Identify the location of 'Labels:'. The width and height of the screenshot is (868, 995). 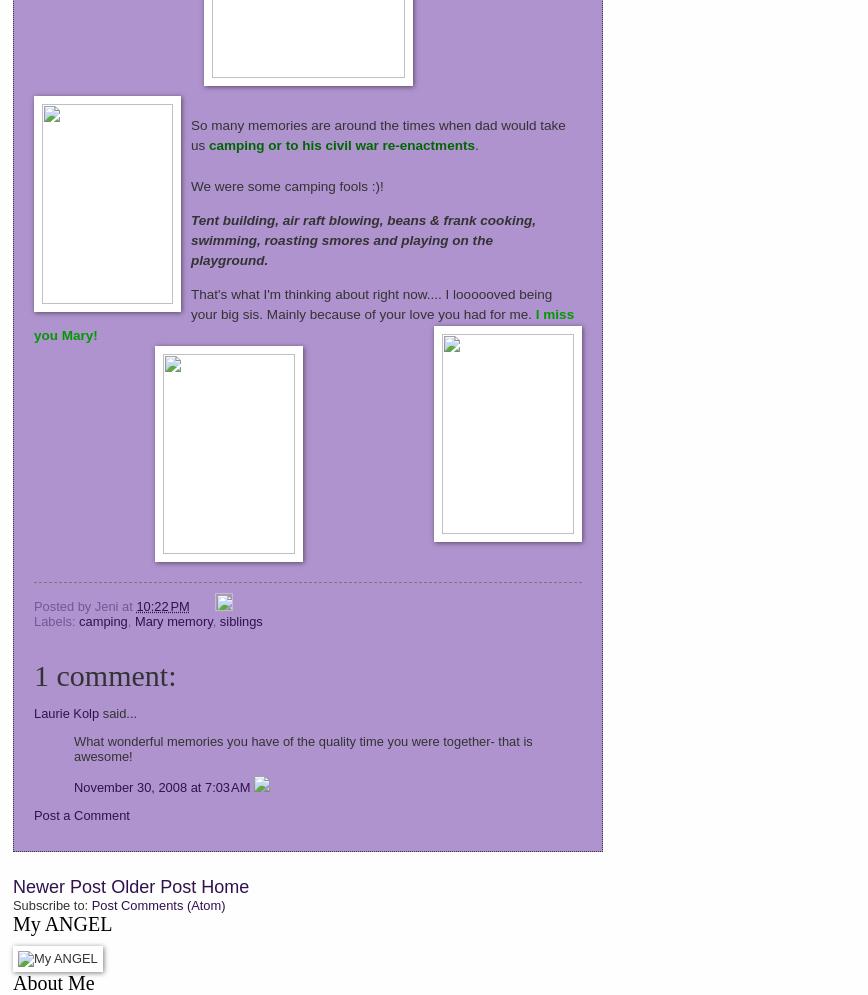
(34, 620).